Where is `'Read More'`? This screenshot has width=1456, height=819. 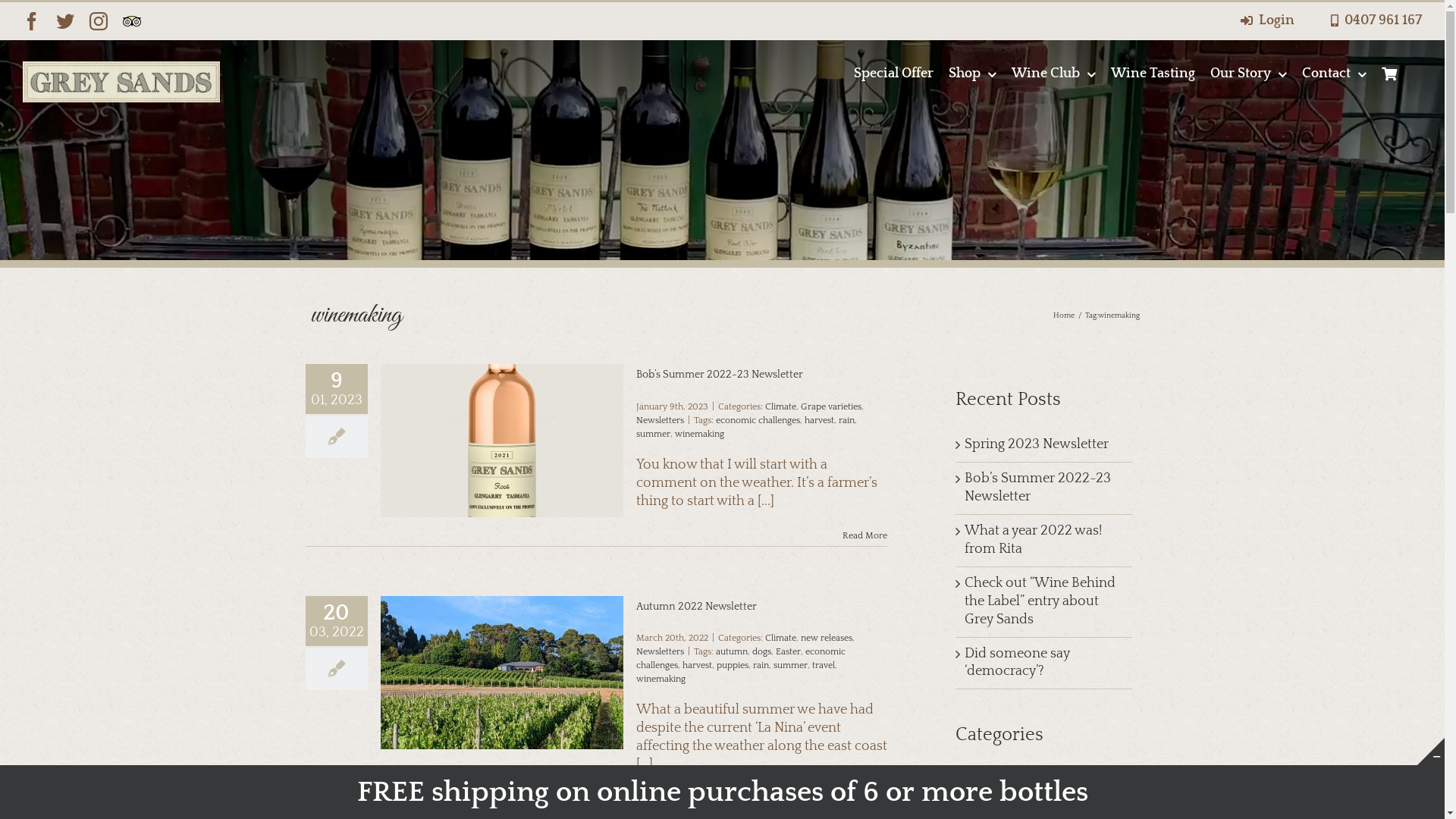 'Read More' is located at coordinates (864, 798).